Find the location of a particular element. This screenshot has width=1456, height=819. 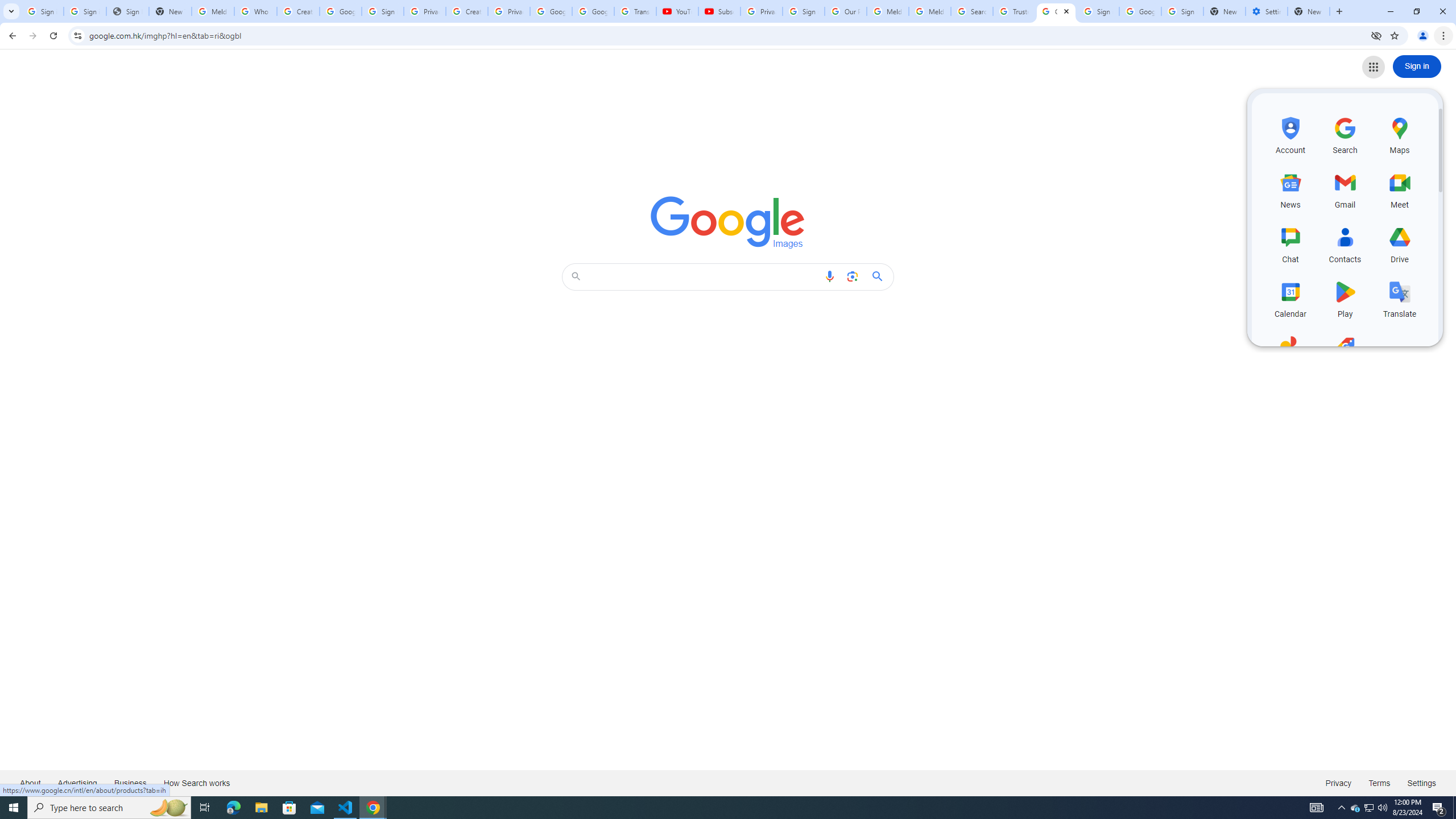

'Google Images' is located at coordinates (728, 222).